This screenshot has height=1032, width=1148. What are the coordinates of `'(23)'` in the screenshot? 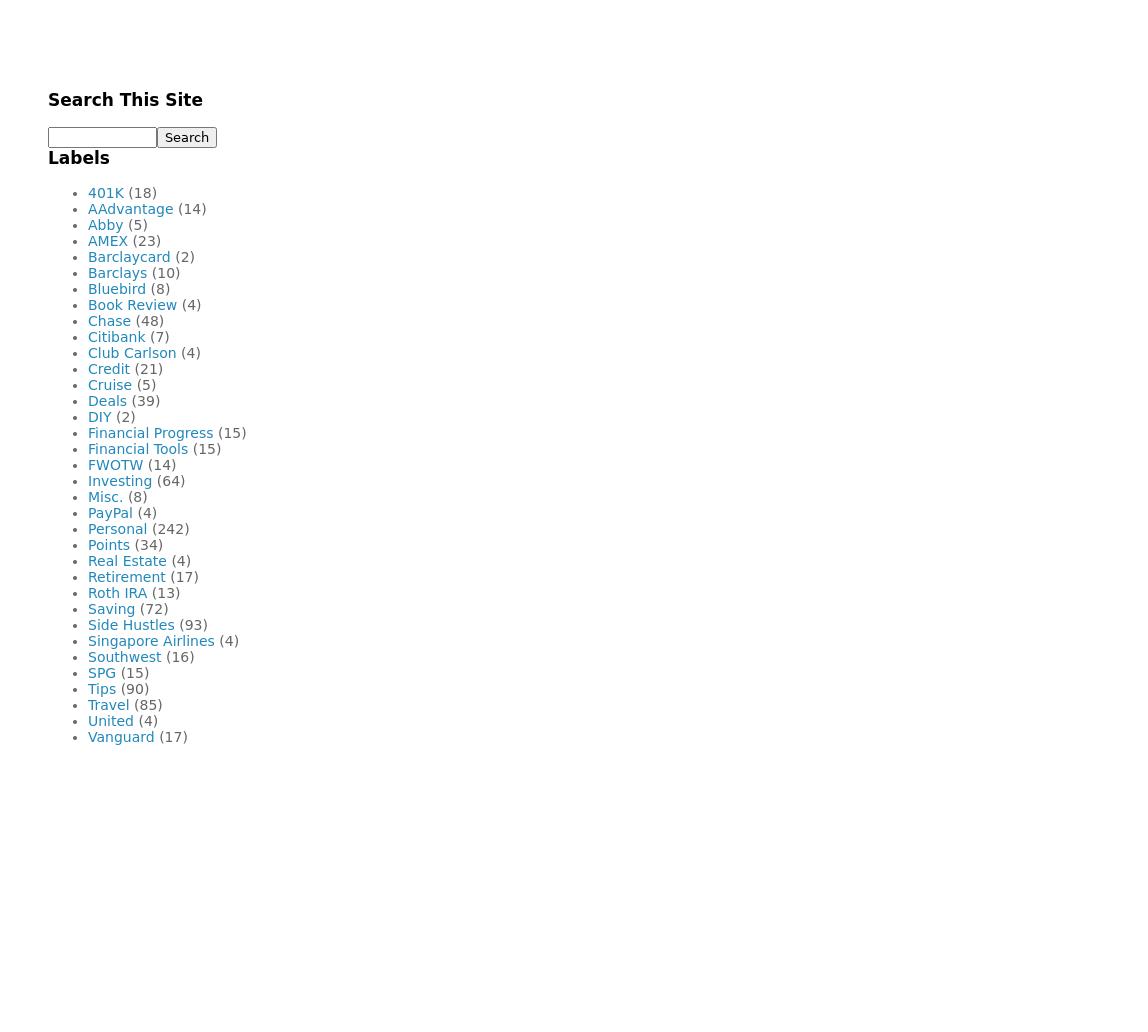 It's located at (146, 239).